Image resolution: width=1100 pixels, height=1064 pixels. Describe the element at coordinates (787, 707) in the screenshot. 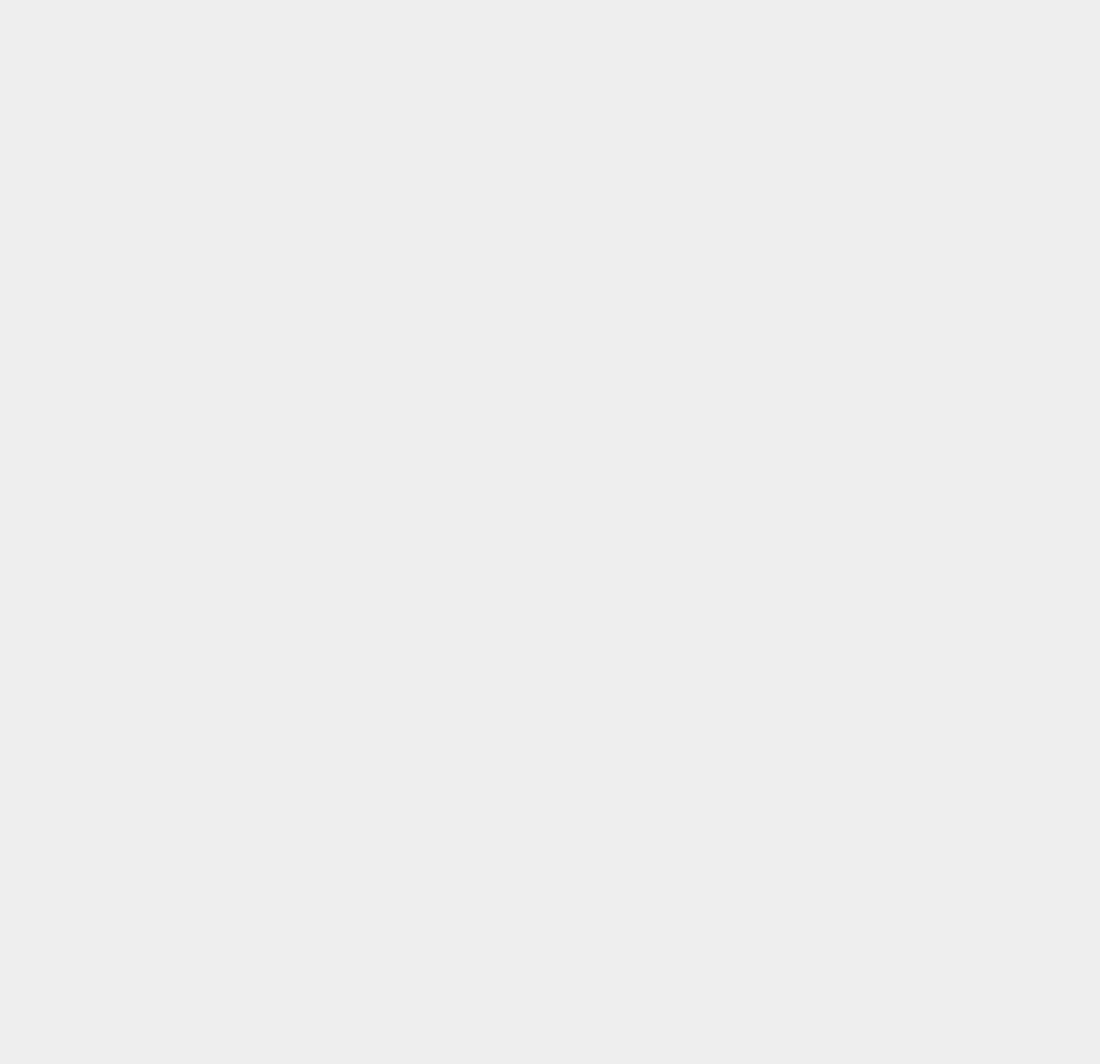

I see `'Siri'` at that location.